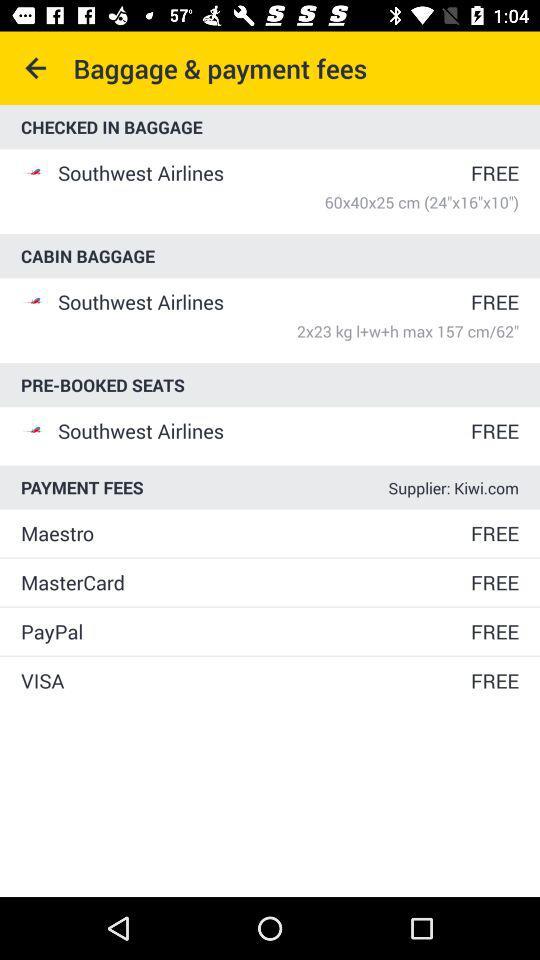 The width and height of the screenshot is (540, 960). I want to click on item above the cabin baggage, so click(287, 202).